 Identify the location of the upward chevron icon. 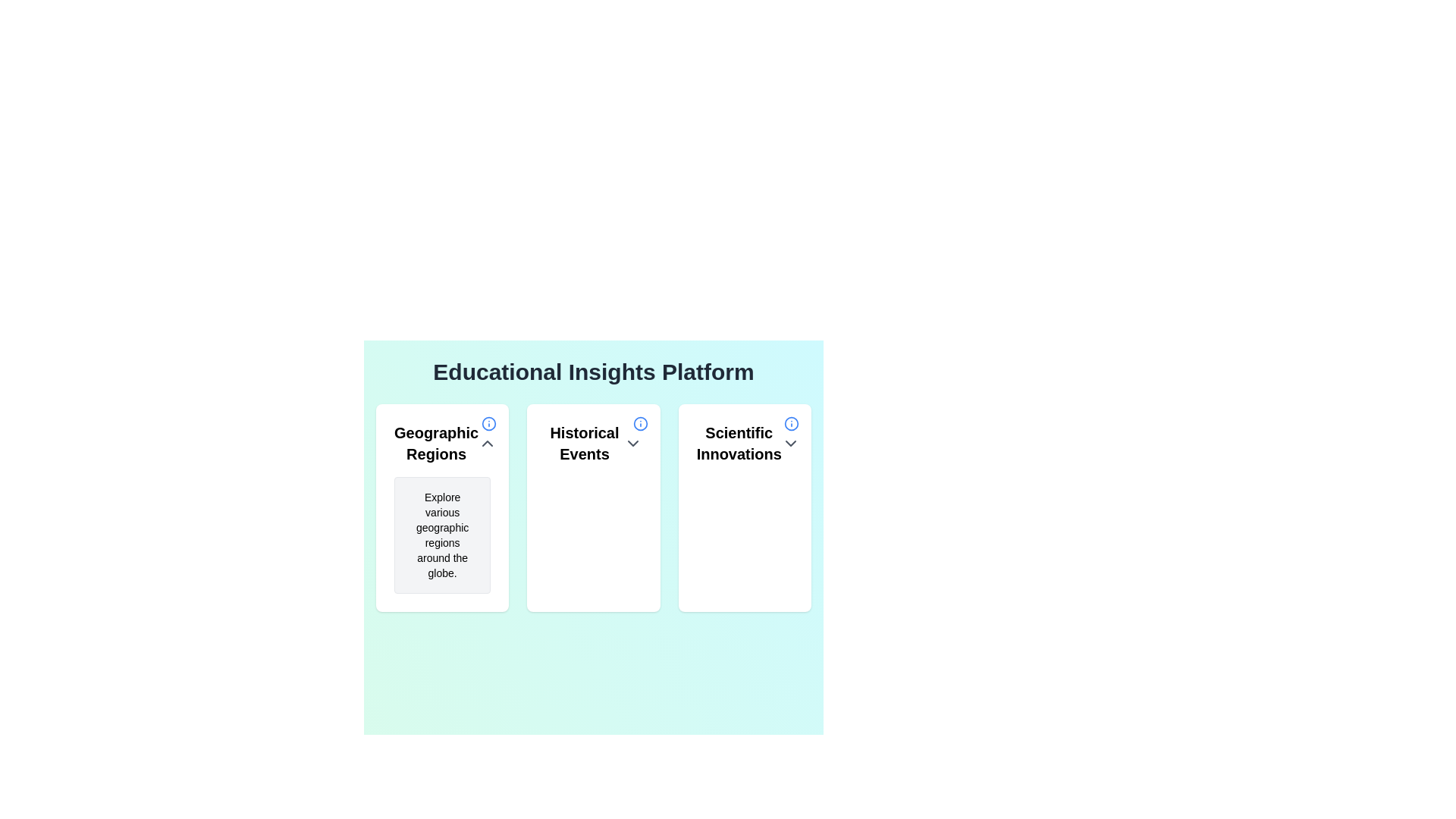
(488, 444).